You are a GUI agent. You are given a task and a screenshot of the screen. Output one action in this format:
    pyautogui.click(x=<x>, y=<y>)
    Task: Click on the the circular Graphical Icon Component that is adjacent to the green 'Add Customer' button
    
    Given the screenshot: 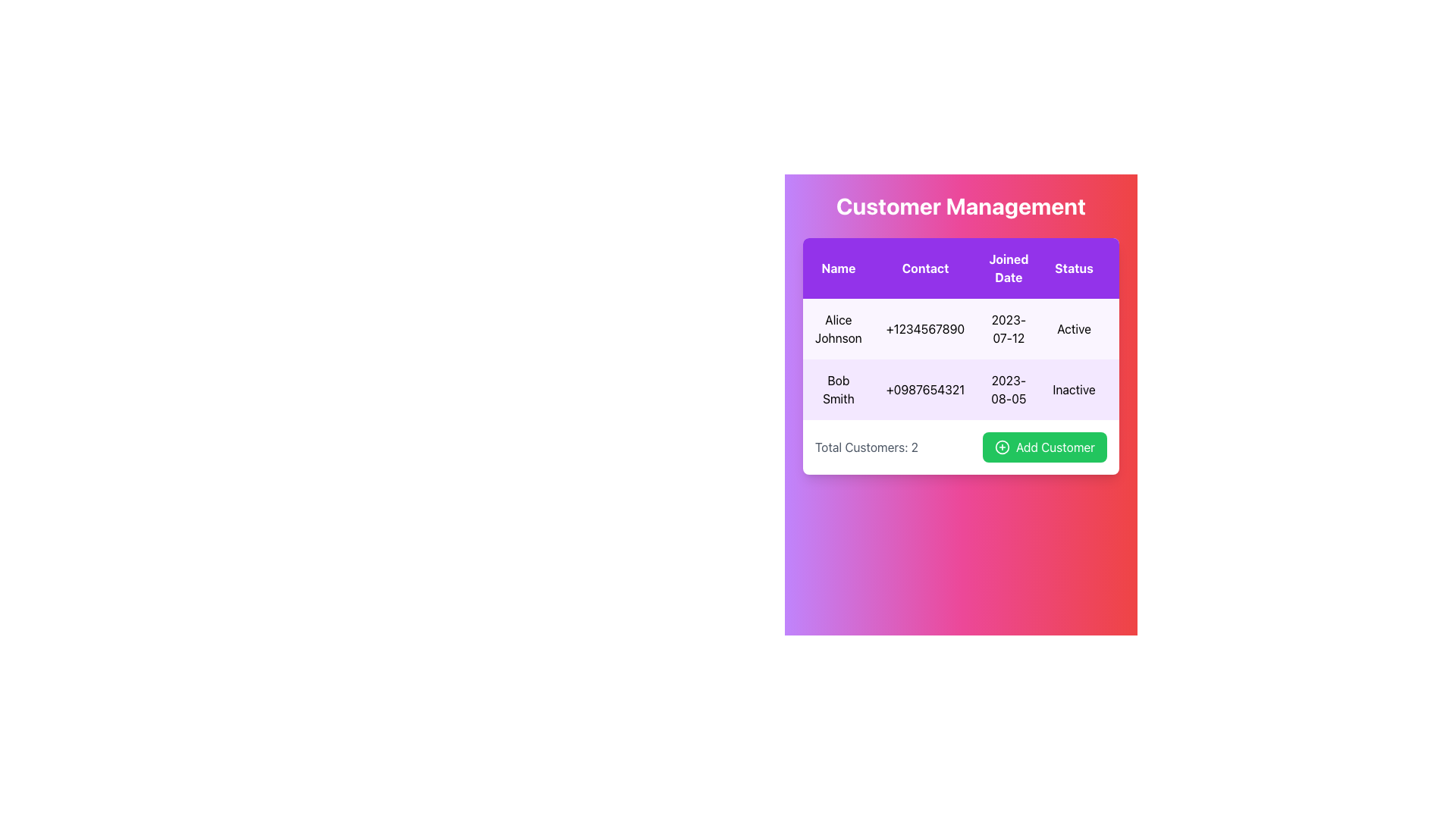 What is the action you would take?
    pyautogui.click(x=1002, y=447)
    